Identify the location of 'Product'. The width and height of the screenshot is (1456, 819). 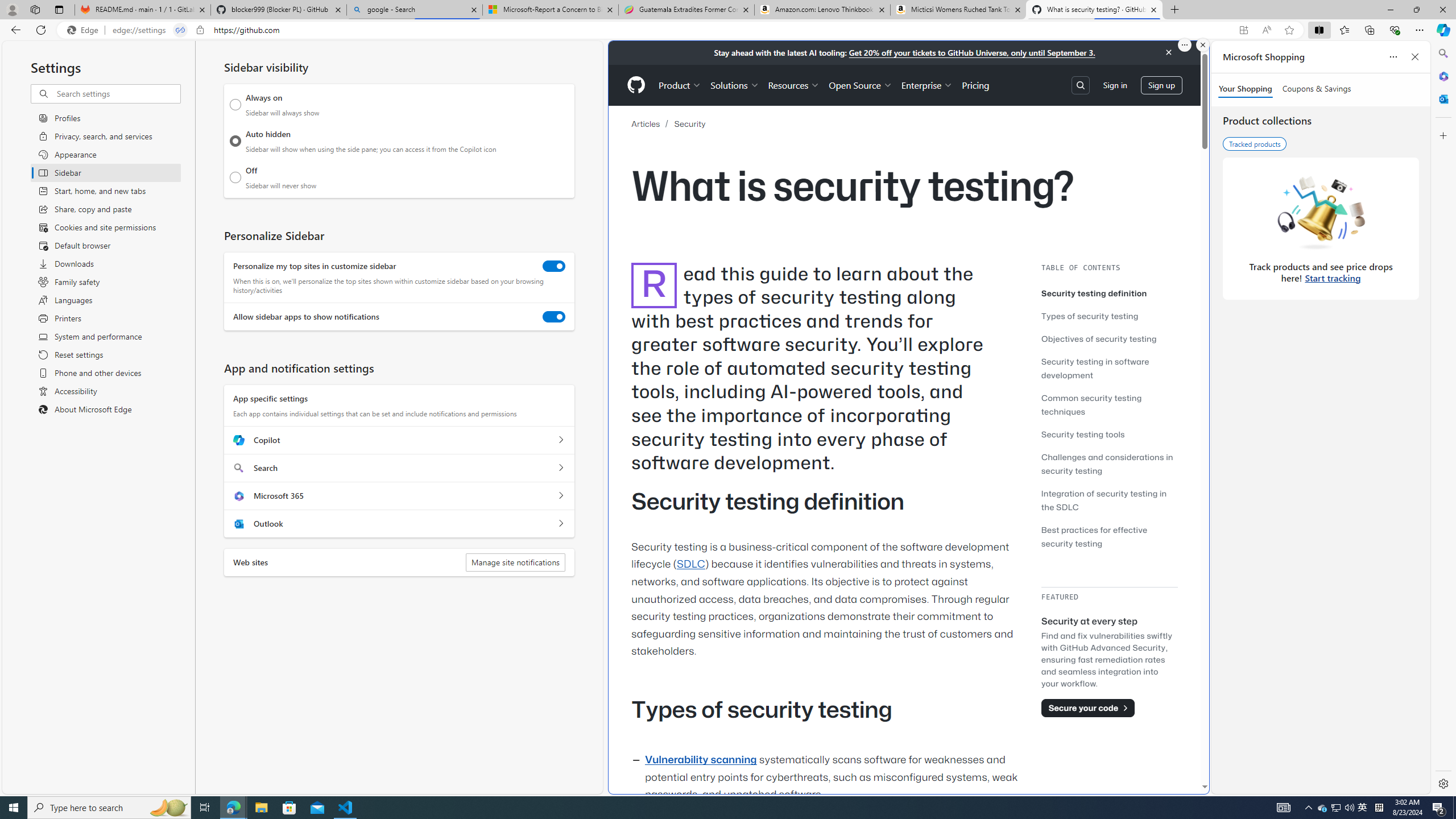
(679, 85).